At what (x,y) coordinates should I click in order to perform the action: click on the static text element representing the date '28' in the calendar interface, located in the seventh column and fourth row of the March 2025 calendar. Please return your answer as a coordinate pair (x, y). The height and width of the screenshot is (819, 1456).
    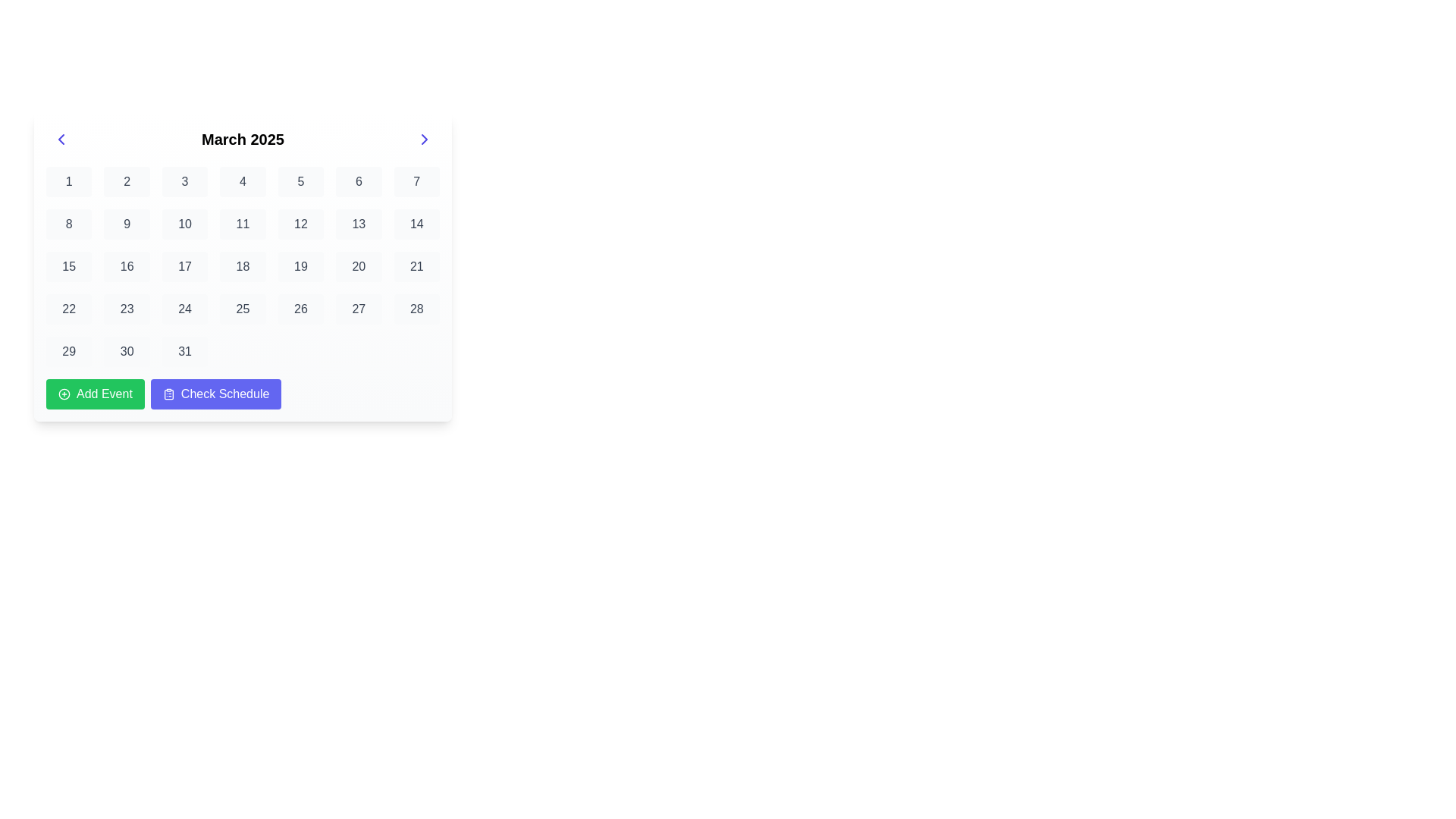
    Looking at the image, I should click on (416, 309).